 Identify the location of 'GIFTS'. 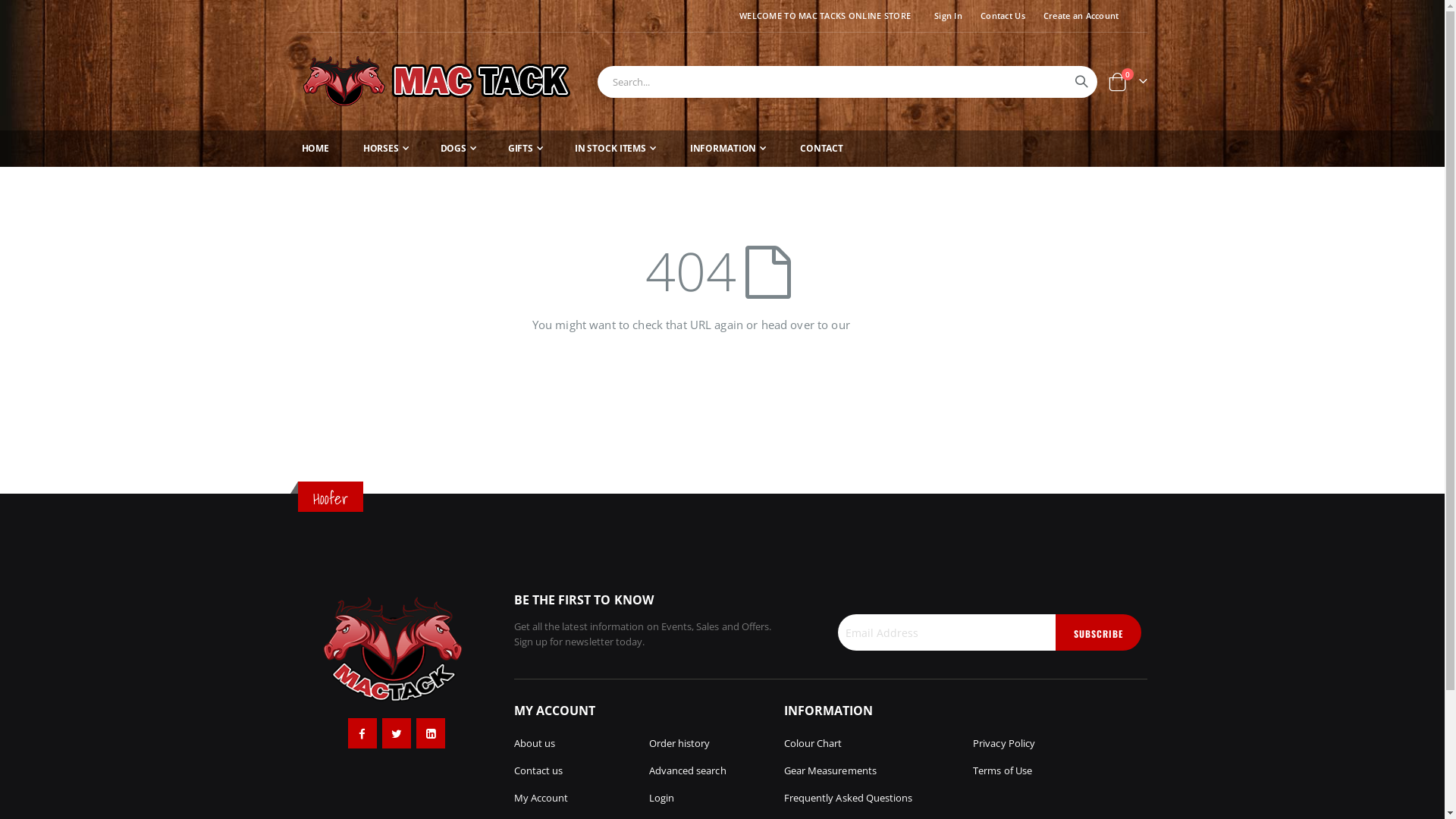
(525, 149).